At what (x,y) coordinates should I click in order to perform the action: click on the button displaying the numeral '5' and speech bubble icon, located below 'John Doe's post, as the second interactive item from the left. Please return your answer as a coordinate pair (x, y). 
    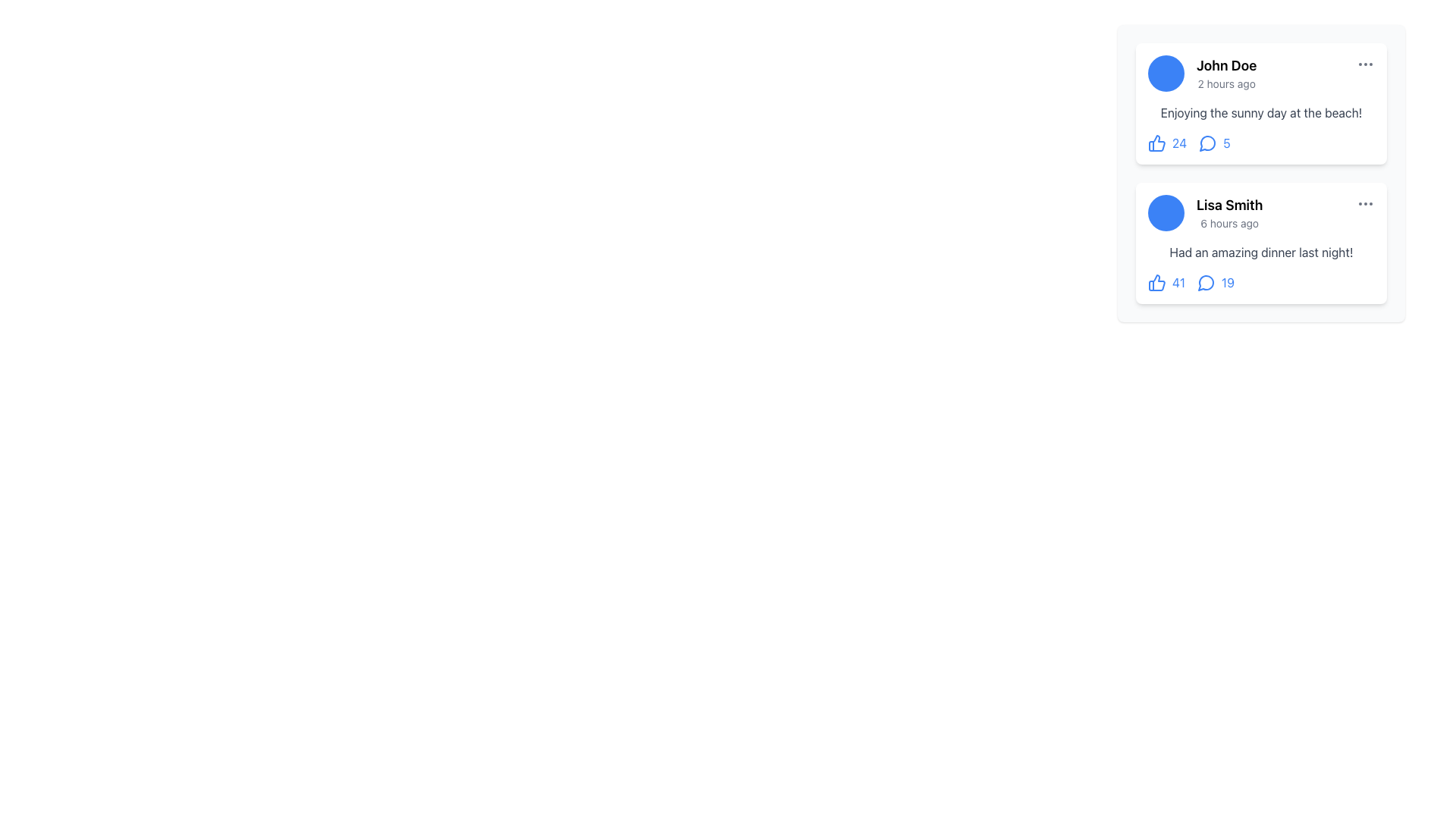
    Looking at the image, I should click on (1214, 143).